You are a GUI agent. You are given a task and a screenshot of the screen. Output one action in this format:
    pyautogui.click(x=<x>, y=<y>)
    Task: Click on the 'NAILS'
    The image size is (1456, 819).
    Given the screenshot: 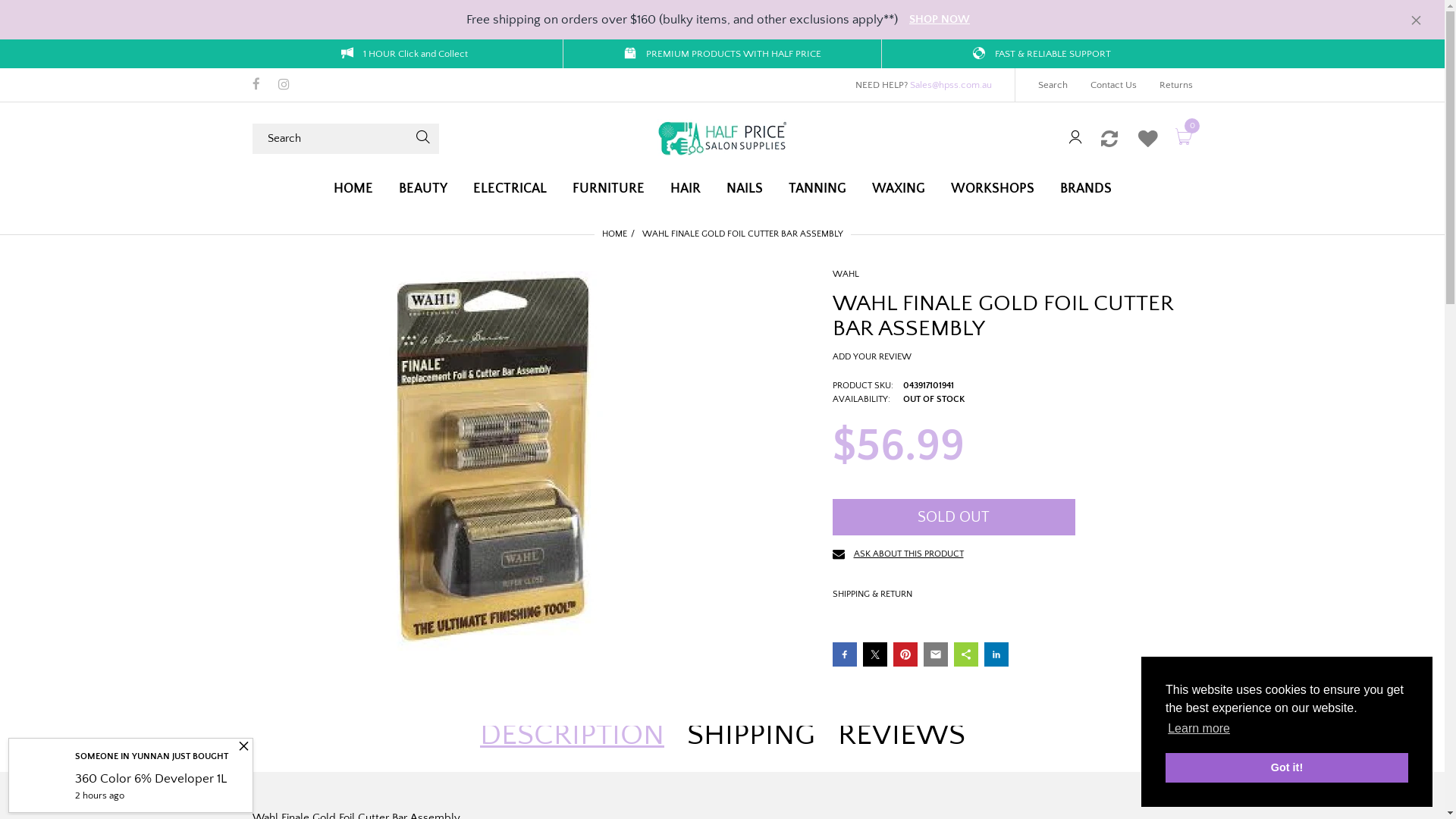 What is the action you would take?
    pyautogui.click(x=745, y=188)
    